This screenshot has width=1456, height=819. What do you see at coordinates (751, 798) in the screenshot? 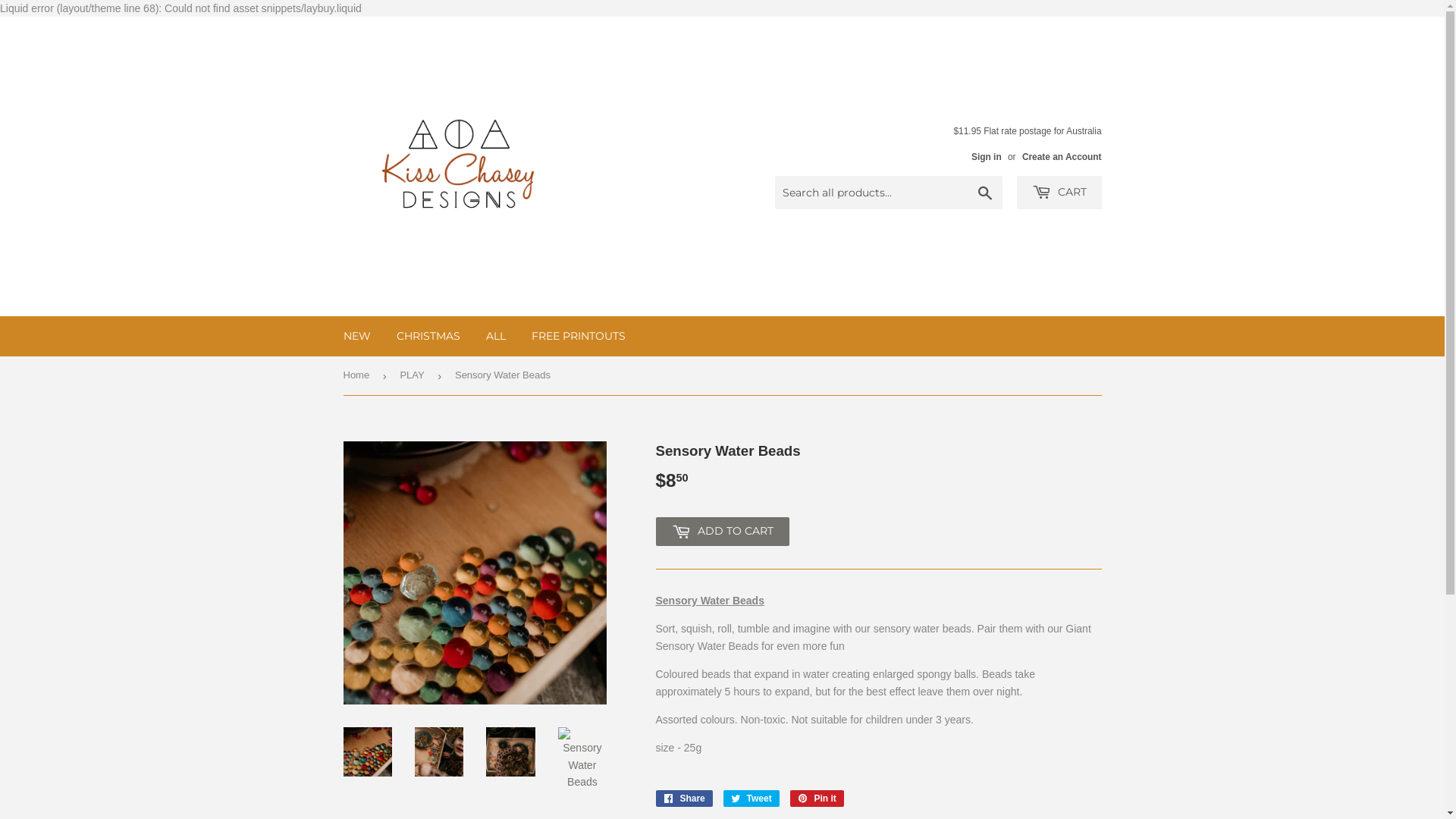
I see `'Tweet` at bounding box center [751, 798].